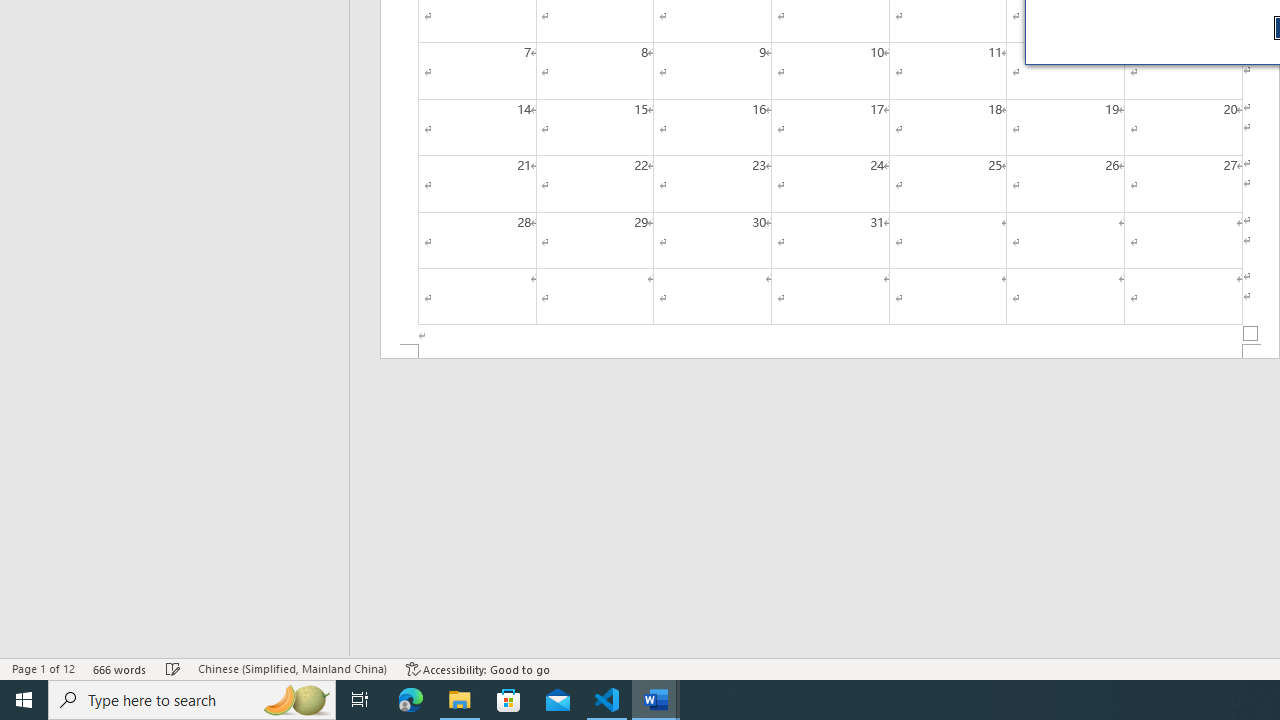 The width and height of the screenshot is (1280, 720). I want to click on 'Visual Studio Code - 1 running window', so click(606, 698).